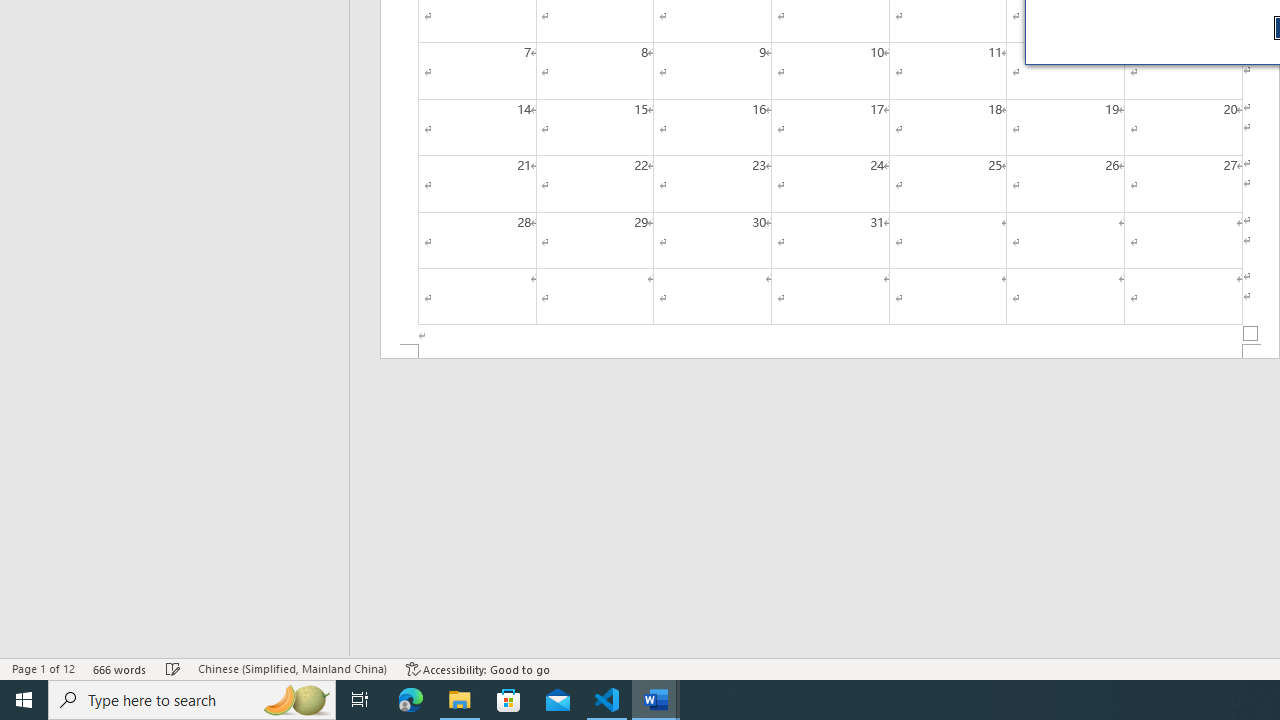 The width and height of the screenshot is (1280, 720). I want to click on 'Visual Studio Code - 1 running window', so click(606, 698).